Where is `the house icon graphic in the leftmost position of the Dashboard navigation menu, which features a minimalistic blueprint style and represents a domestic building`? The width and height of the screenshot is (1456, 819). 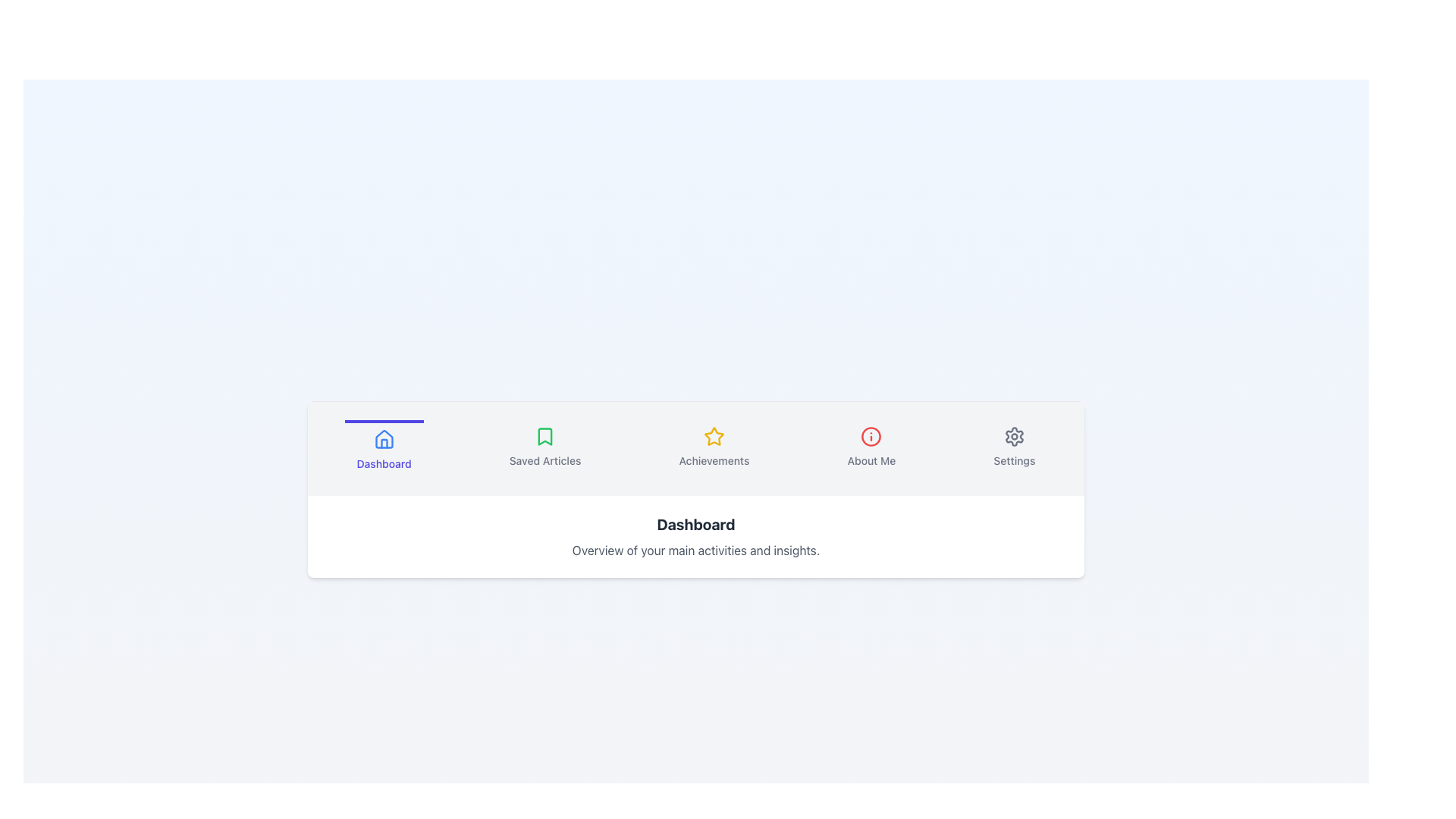 the house icon graphic in the leftmost position of the Dashboard navigation menu, which features a minimalistic blueprint style and represents a domestic building is located at coordinates (384, 443).